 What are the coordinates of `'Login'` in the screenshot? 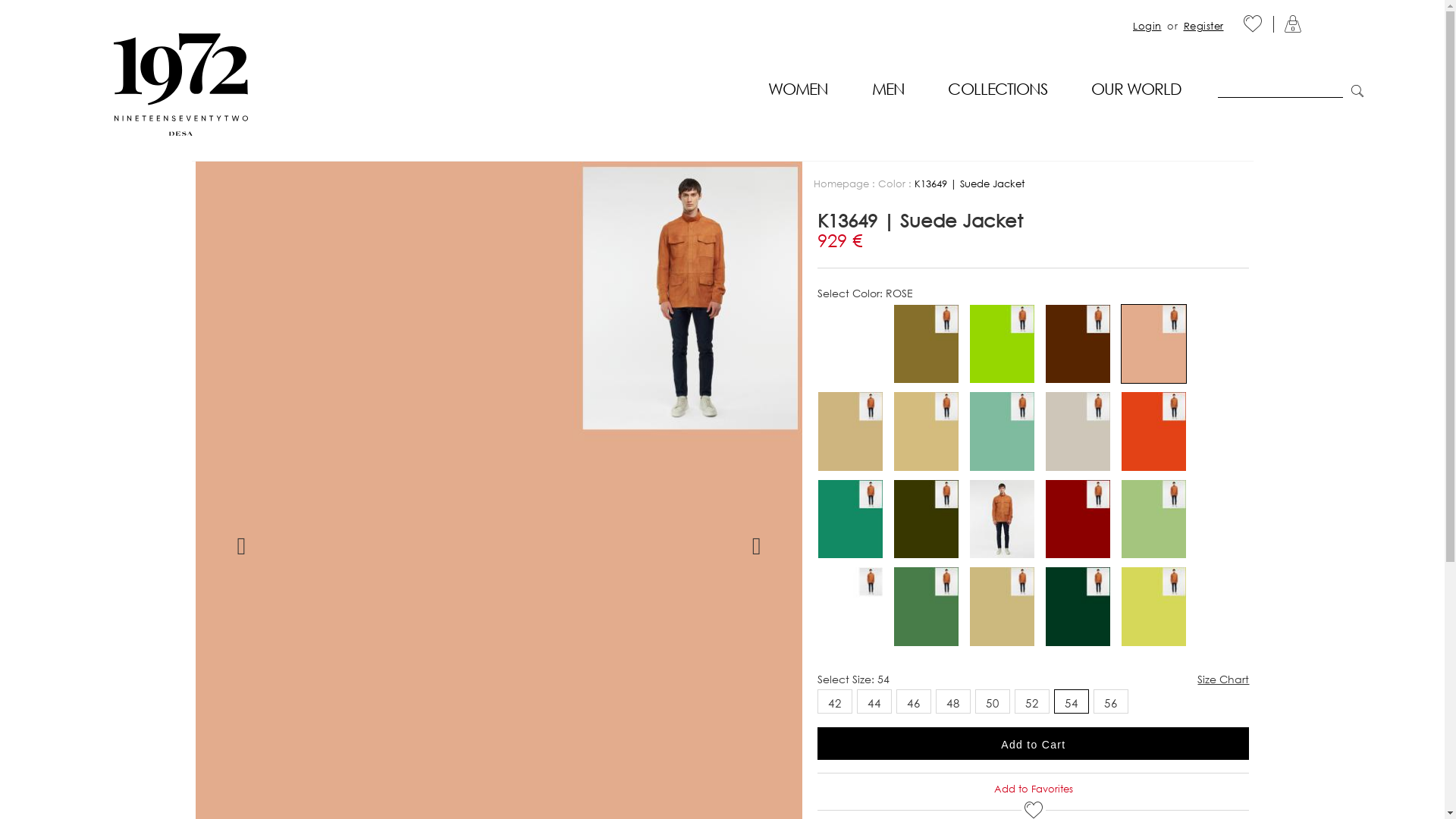 It's located at (1147, 26).